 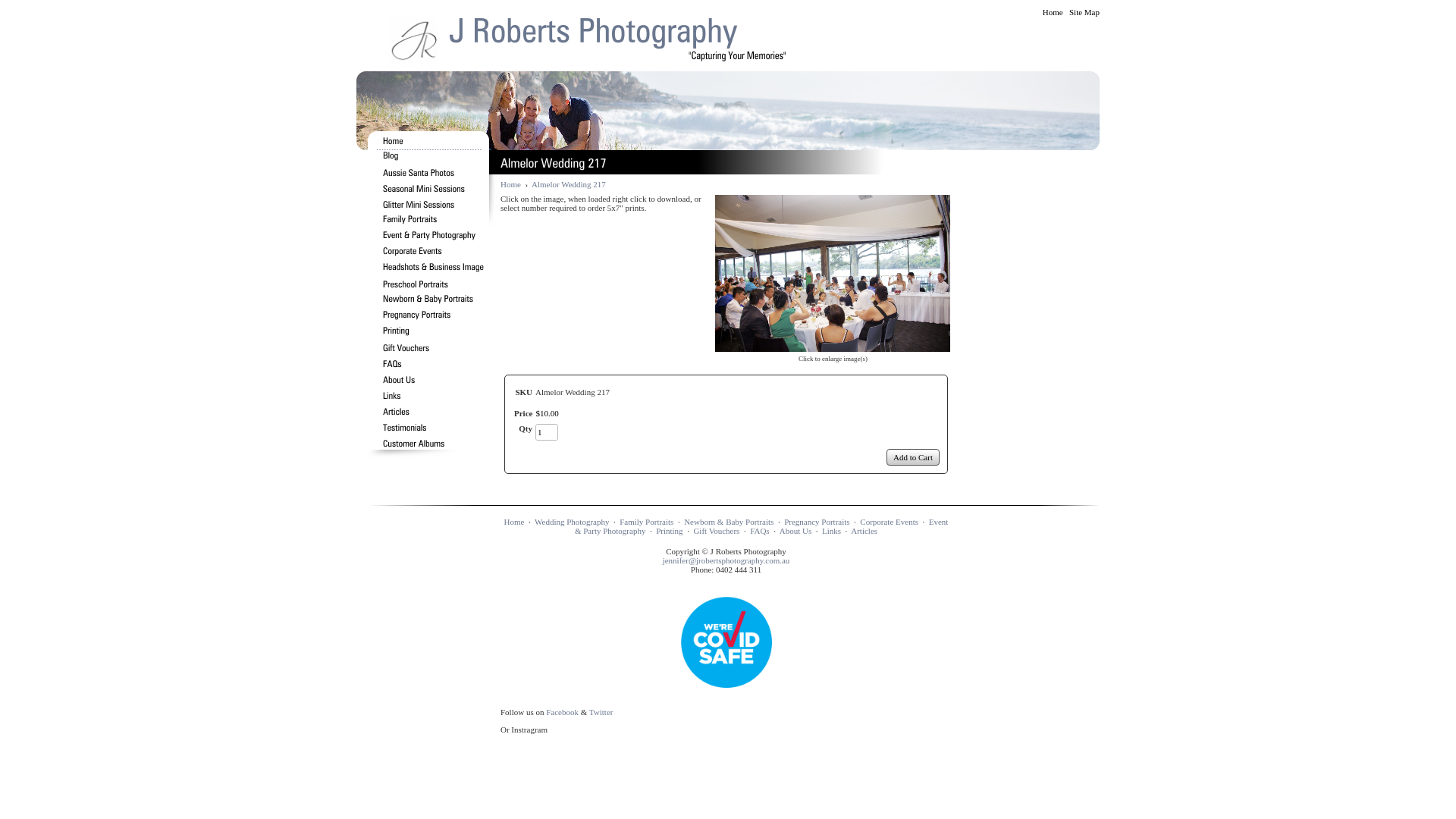 What do you see at coordinates (1084, 11) in the screenshot?
I see `'Site Map'` at bounding box center [1084, 11].